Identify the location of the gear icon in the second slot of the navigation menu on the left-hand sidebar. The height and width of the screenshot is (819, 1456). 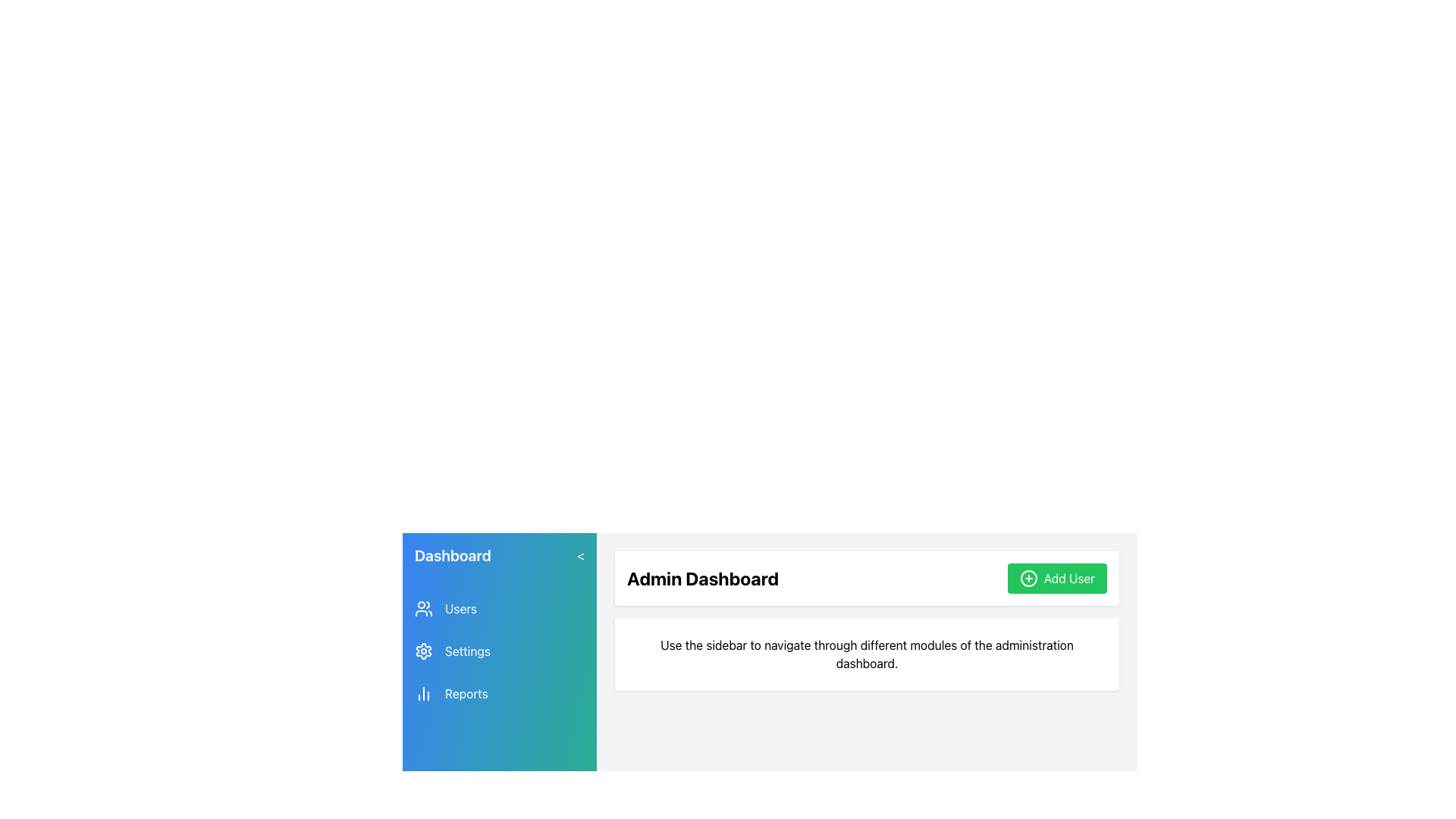
(423, 651).